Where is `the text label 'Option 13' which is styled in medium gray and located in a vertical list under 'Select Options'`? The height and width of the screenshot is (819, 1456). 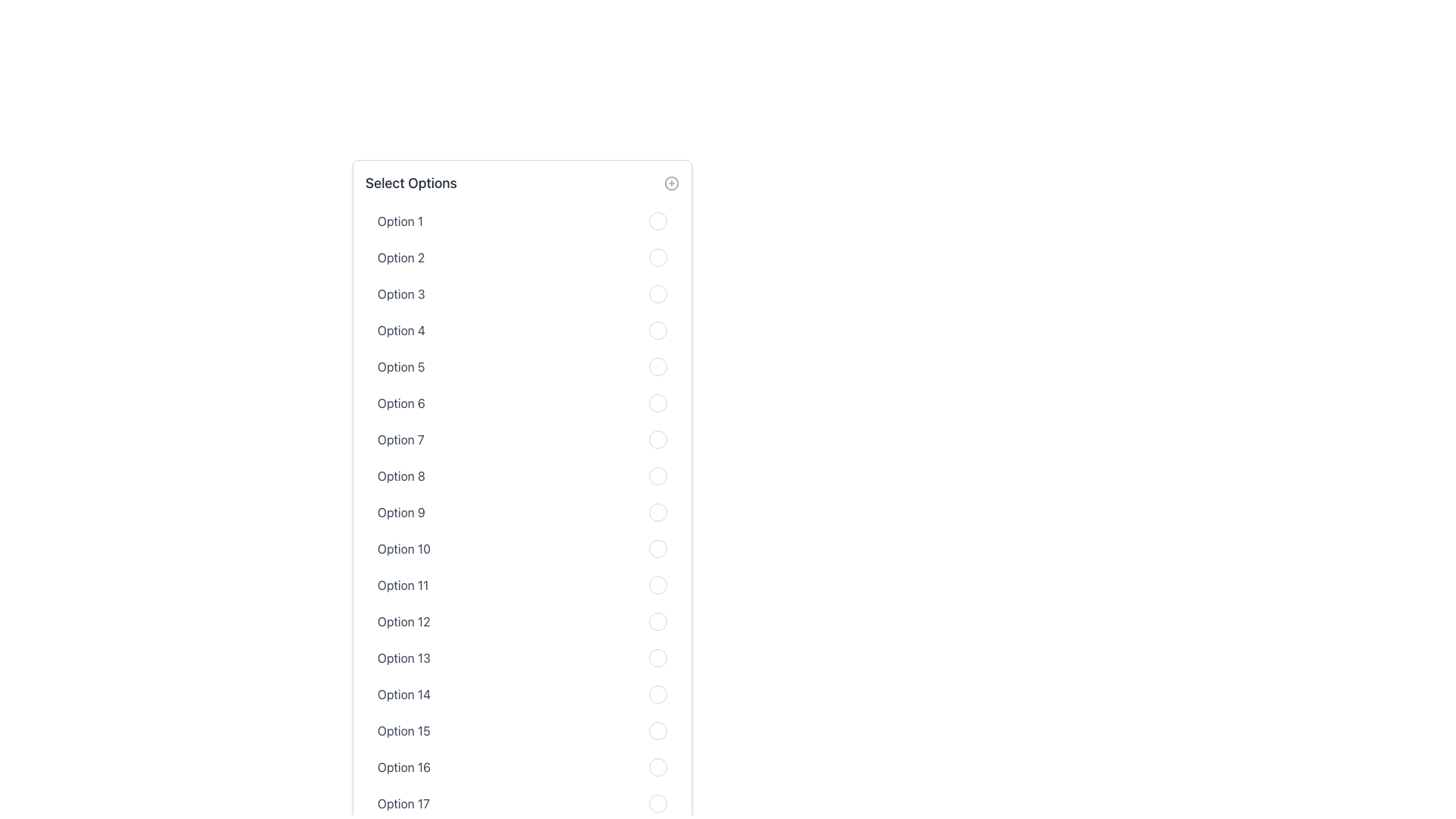
the text label 'Option 13' which is styled in medium gray and located in a vertical list under 'Select Options' is located at coordinates (403, 657).